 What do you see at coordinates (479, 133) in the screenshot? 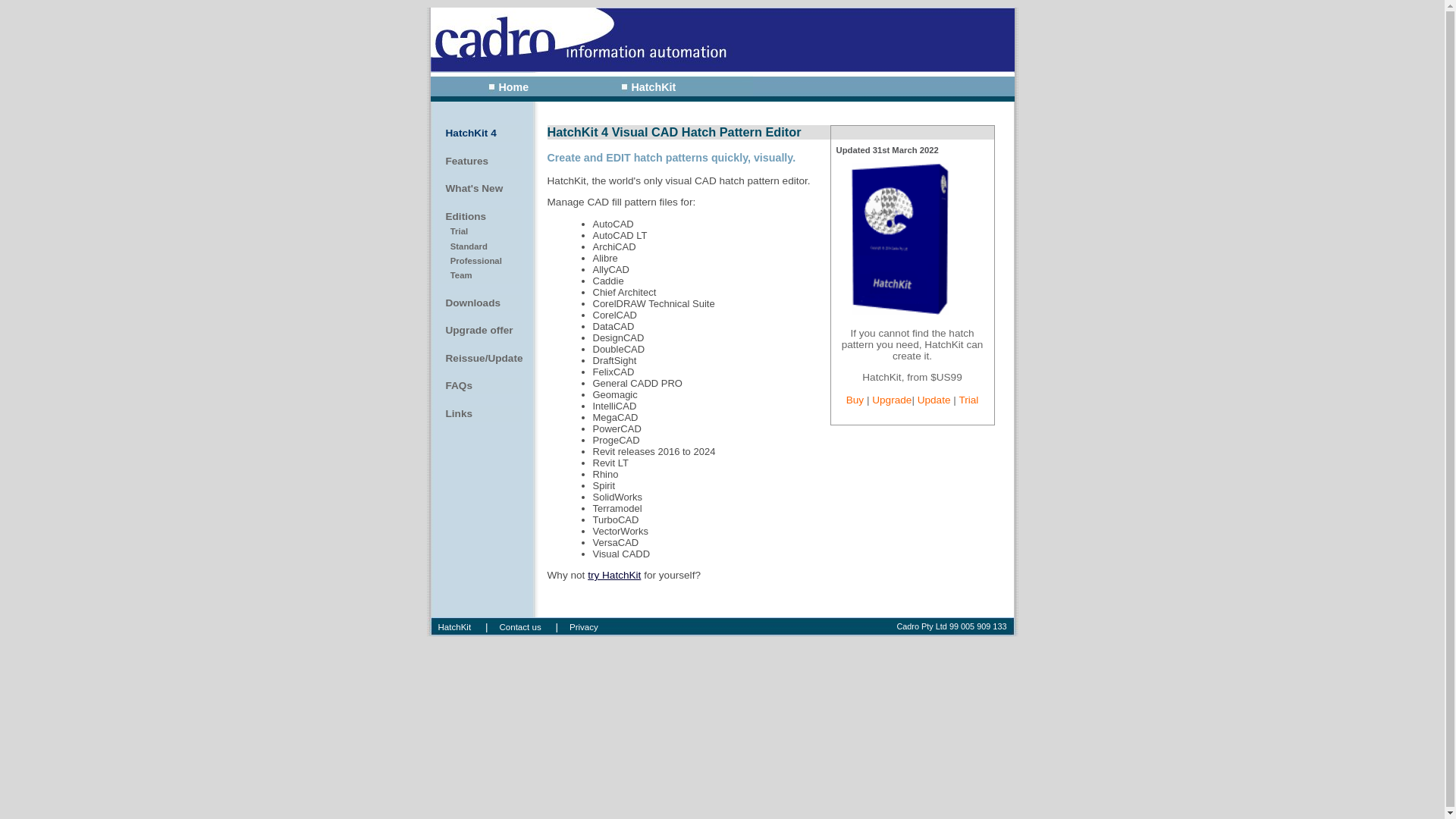
I see `'HatchKit 4'` at bounding box center [479, 133].